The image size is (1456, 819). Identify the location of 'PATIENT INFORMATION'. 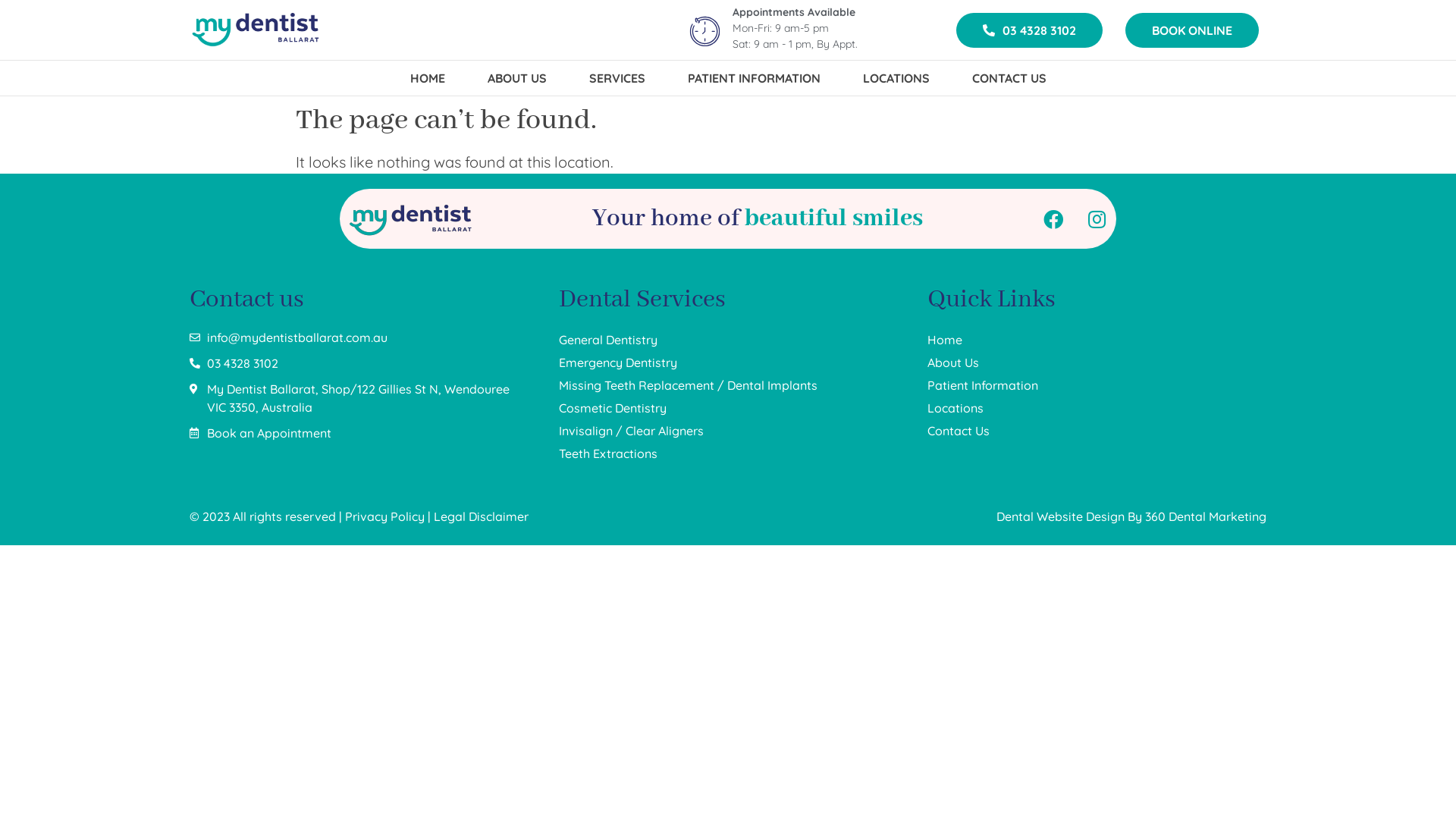
(753, 78).